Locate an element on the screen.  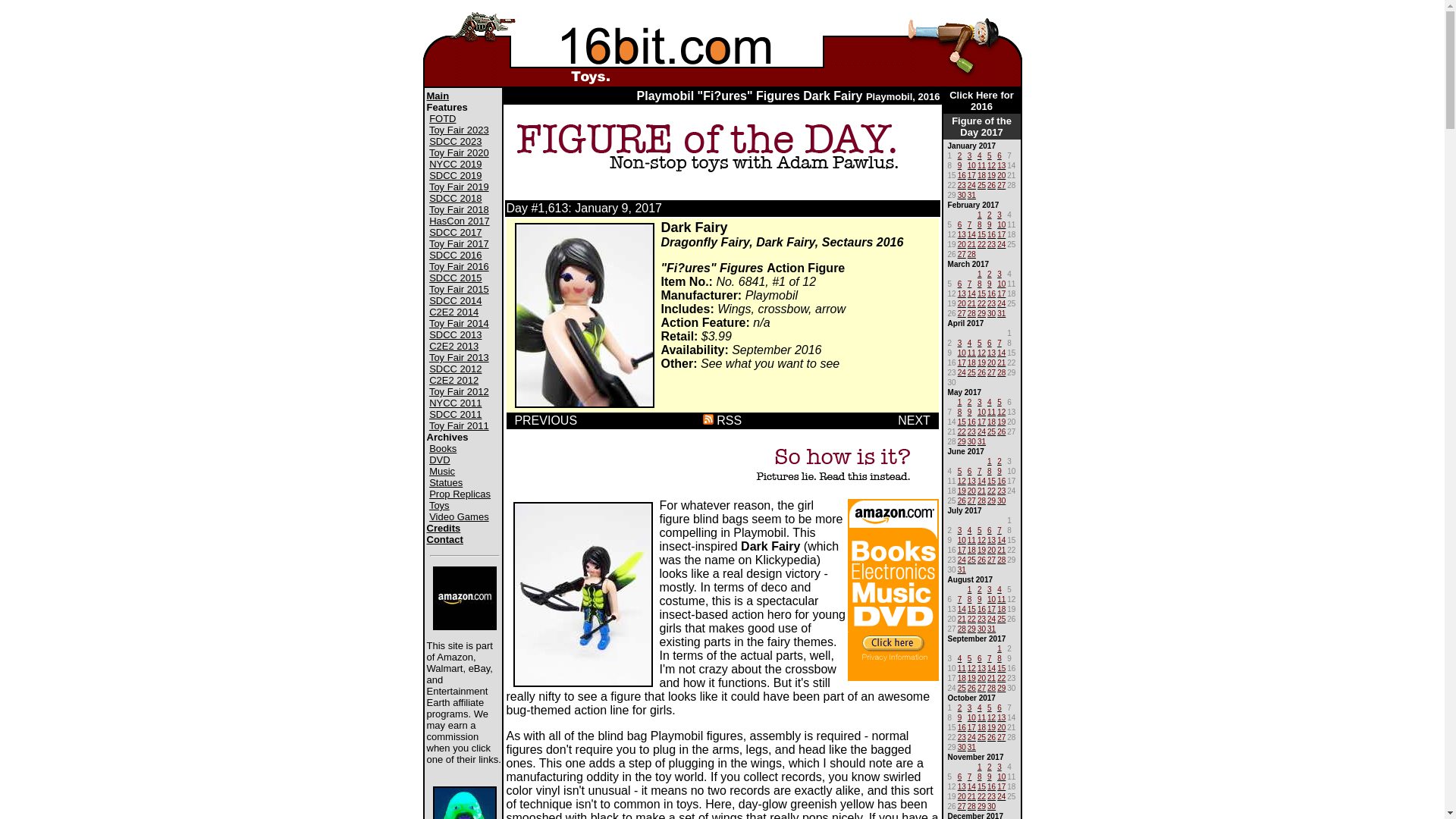
'17' is located at coordinates (971, 173).